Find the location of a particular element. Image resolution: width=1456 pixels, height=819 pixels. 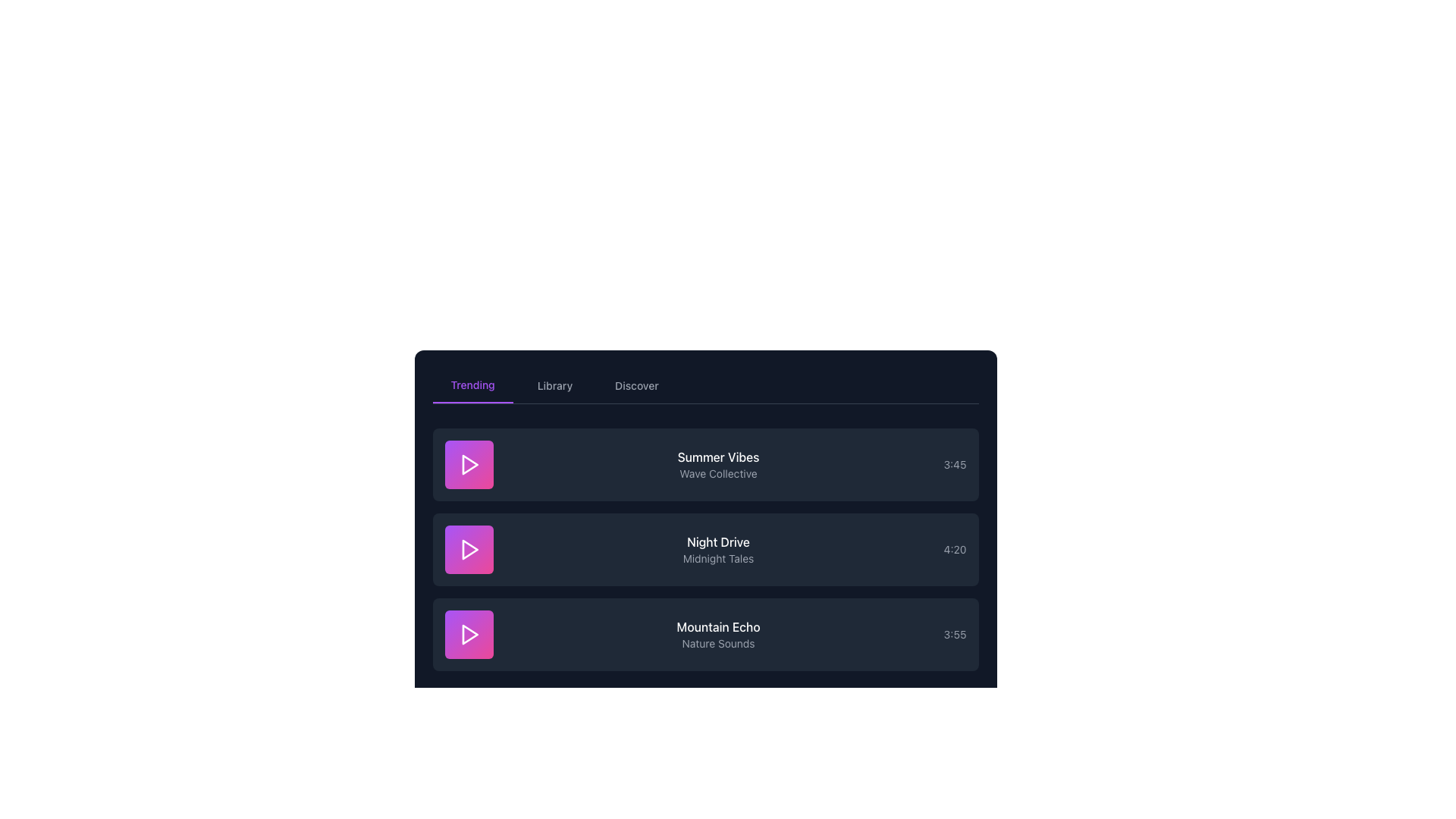

the 'Summer Vibes' text label, which features a bold white title and a gray subtitle is located at coordinates (717, 464).